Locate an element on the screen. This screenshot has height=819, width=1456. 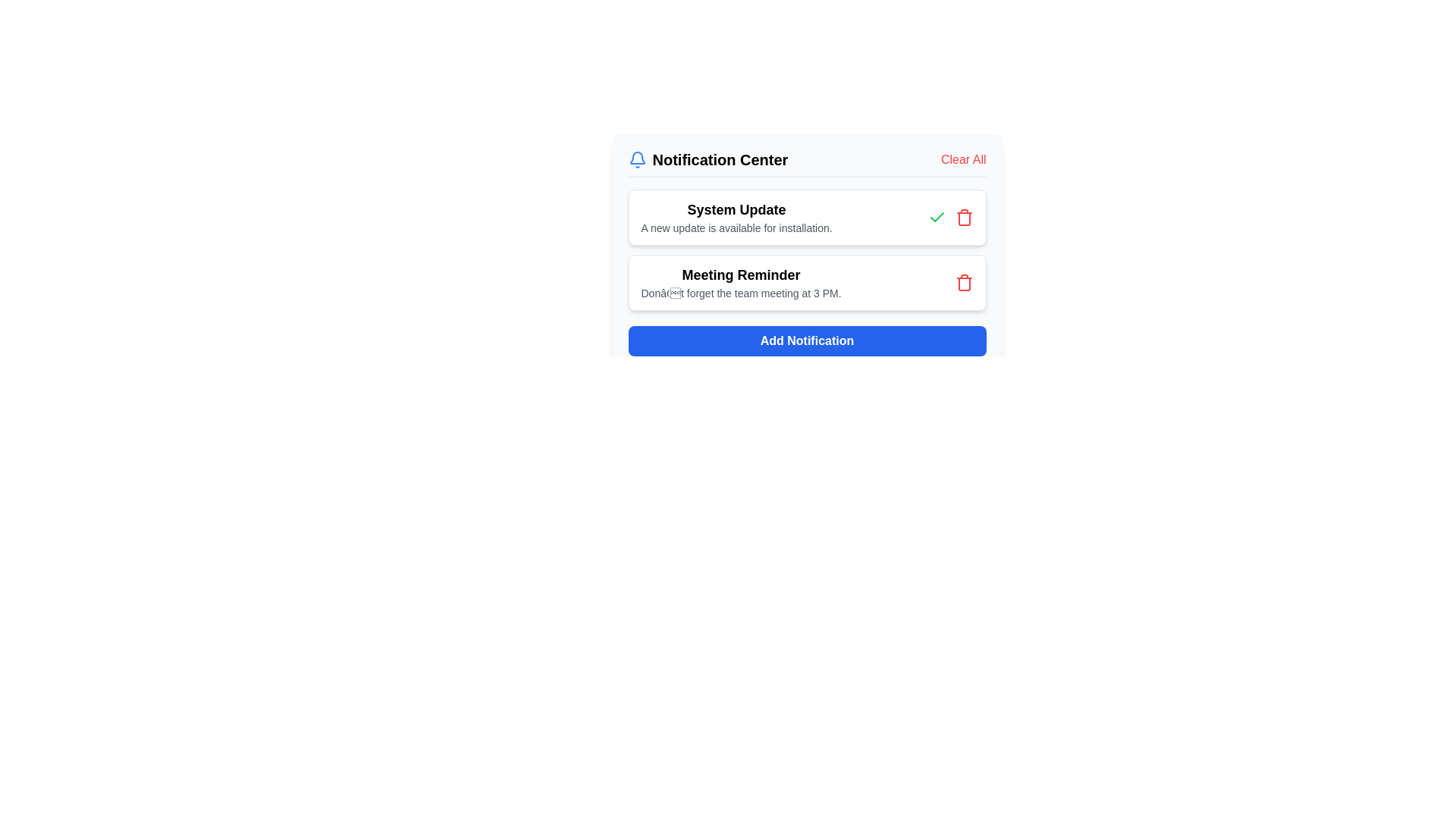
the bold text label 'Meeting Reminder' located above the descriptive text in the second notification card of the Notification Center is located at coordinates (741, 275).